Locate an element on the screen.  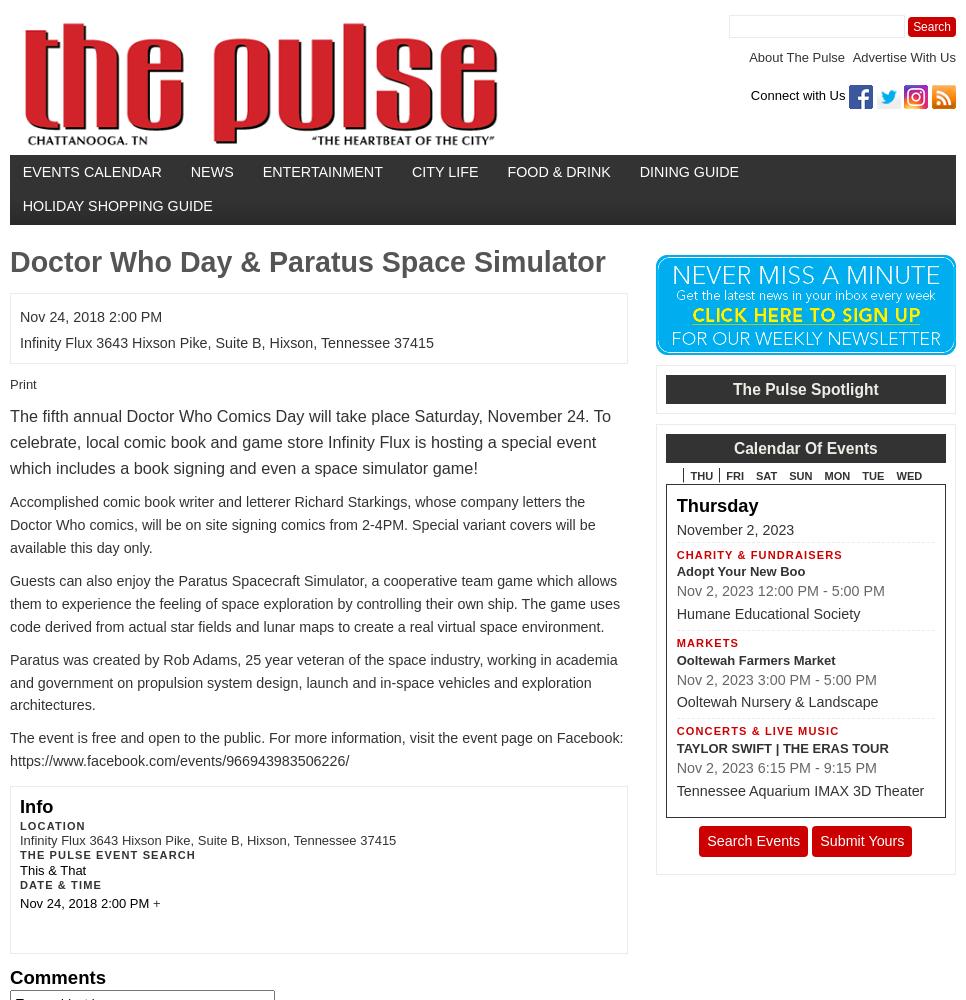
'Advertise With Us' is located at coordinates (902, 57).